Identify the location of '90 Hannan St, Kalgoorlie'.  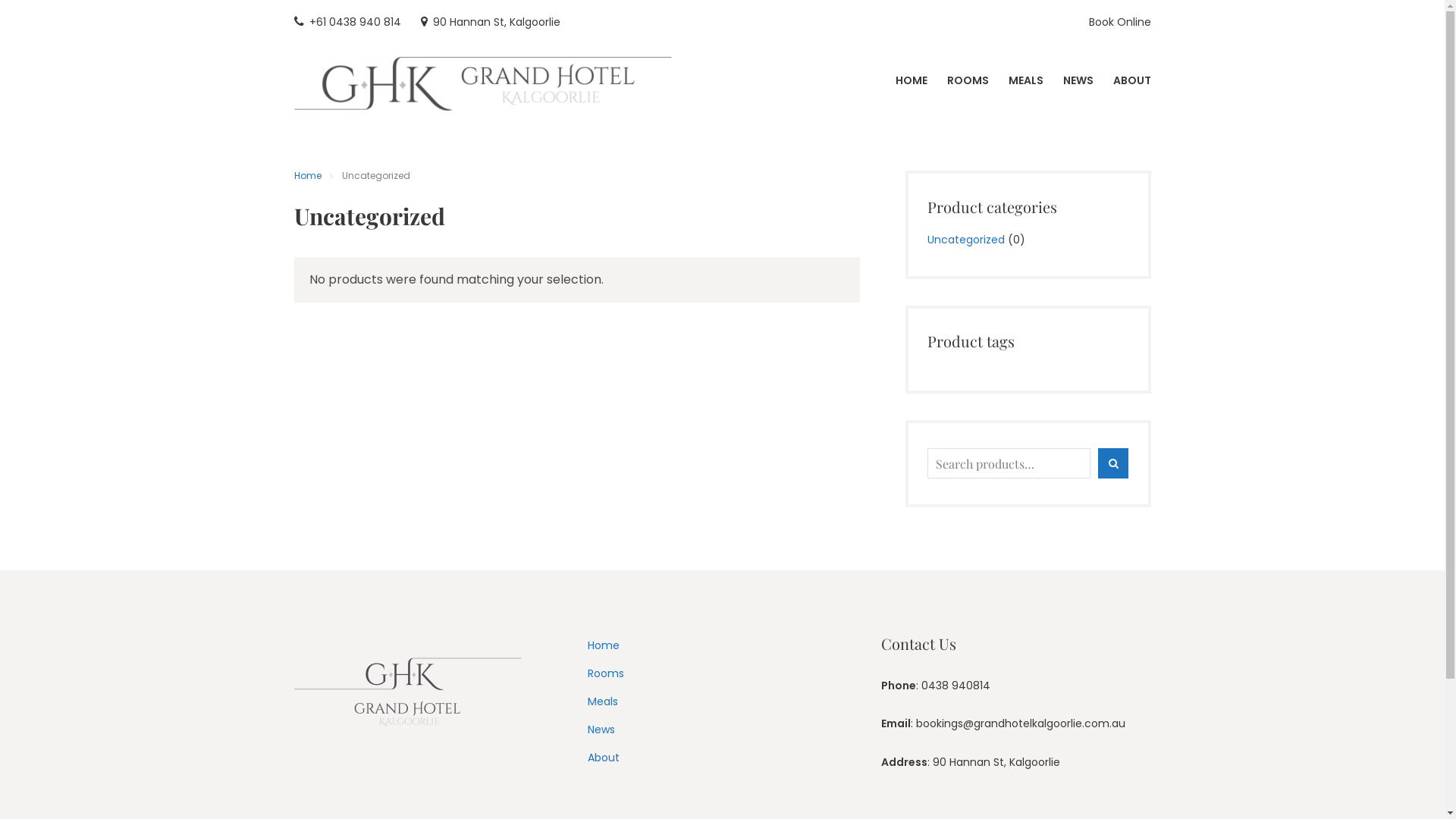
(419, 22).